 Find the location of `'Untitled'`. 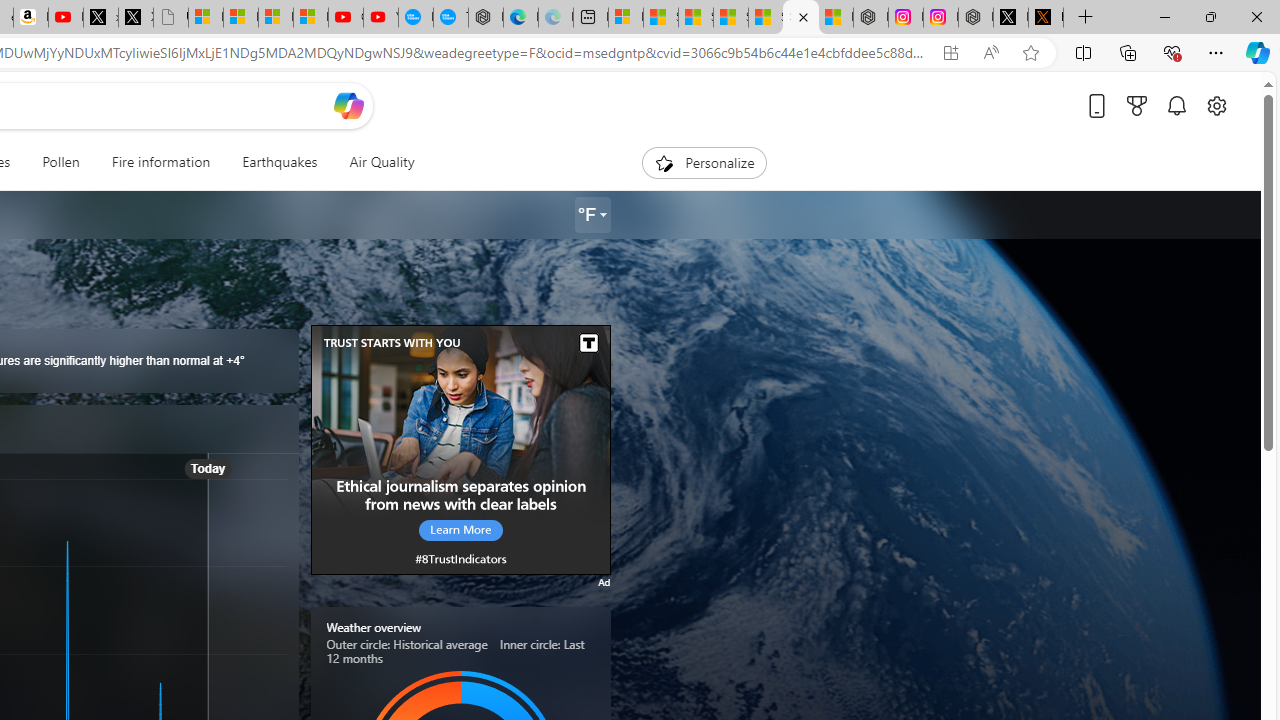

'Untitled' is located at coordinates (170, 17).